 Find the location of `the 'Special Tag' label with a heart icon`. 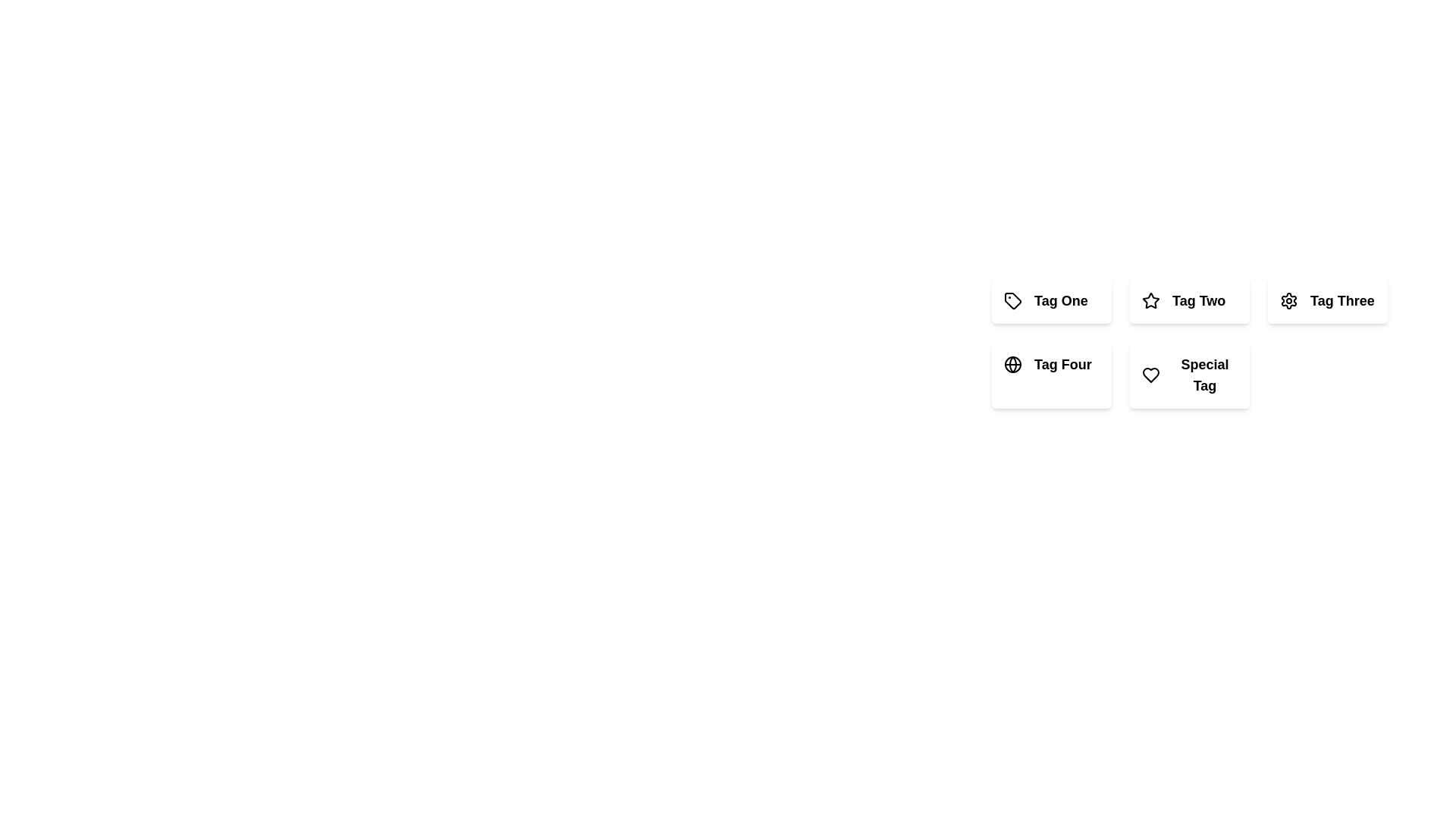

the 'Special Tag' label with a heart icon is located at coordinates (1189, 375).